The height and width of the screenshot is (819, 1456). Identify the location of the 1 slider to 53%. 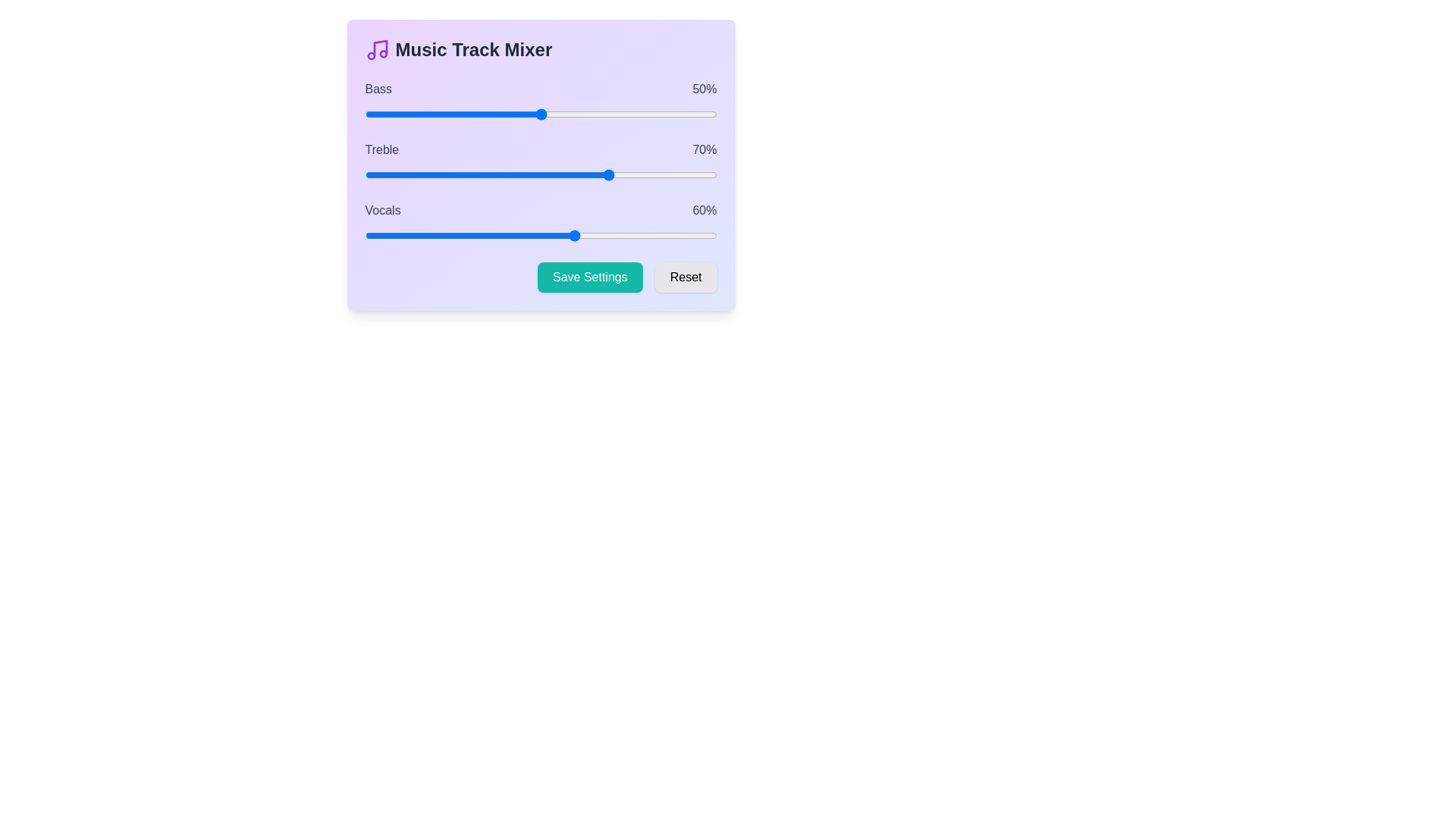
(551, 174).